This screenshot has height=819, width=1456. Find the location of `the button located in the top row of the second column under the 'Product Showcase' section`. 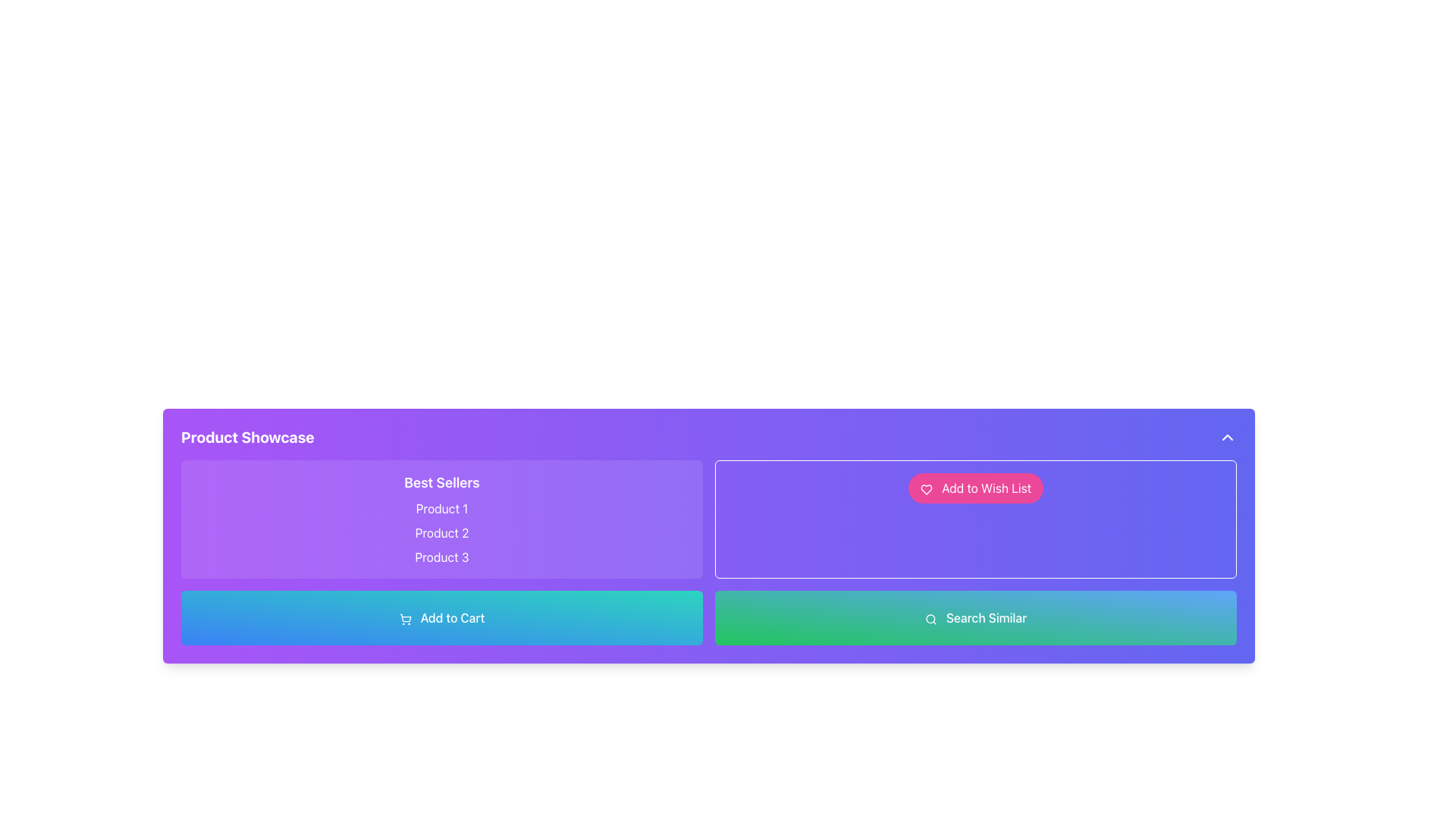

the button located in the top row of the second column under the 'Product Showcase' section is located at coordinates (975, 519).